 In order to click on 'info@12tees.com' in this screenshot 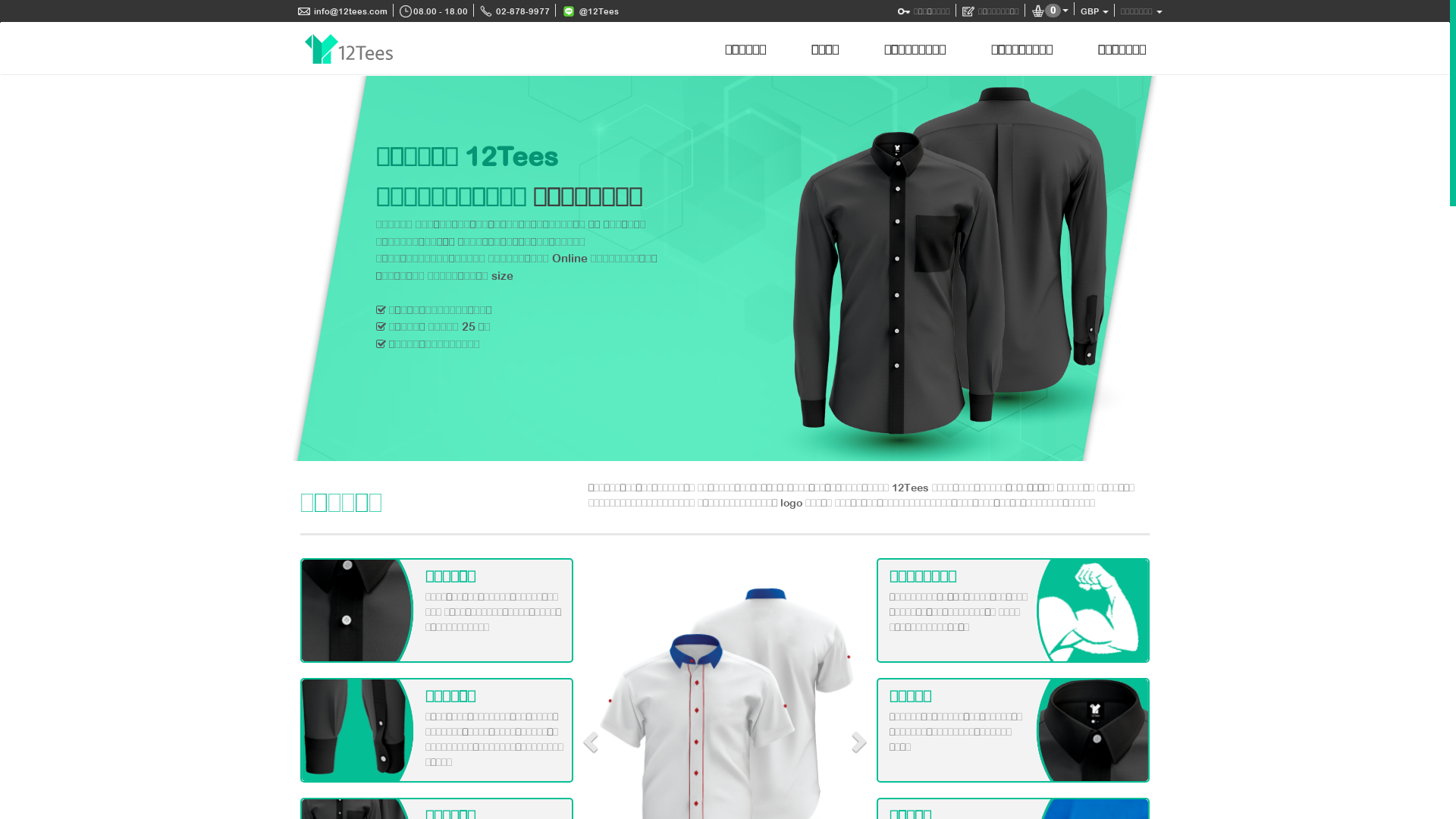, I will do `click(341, 11)`.